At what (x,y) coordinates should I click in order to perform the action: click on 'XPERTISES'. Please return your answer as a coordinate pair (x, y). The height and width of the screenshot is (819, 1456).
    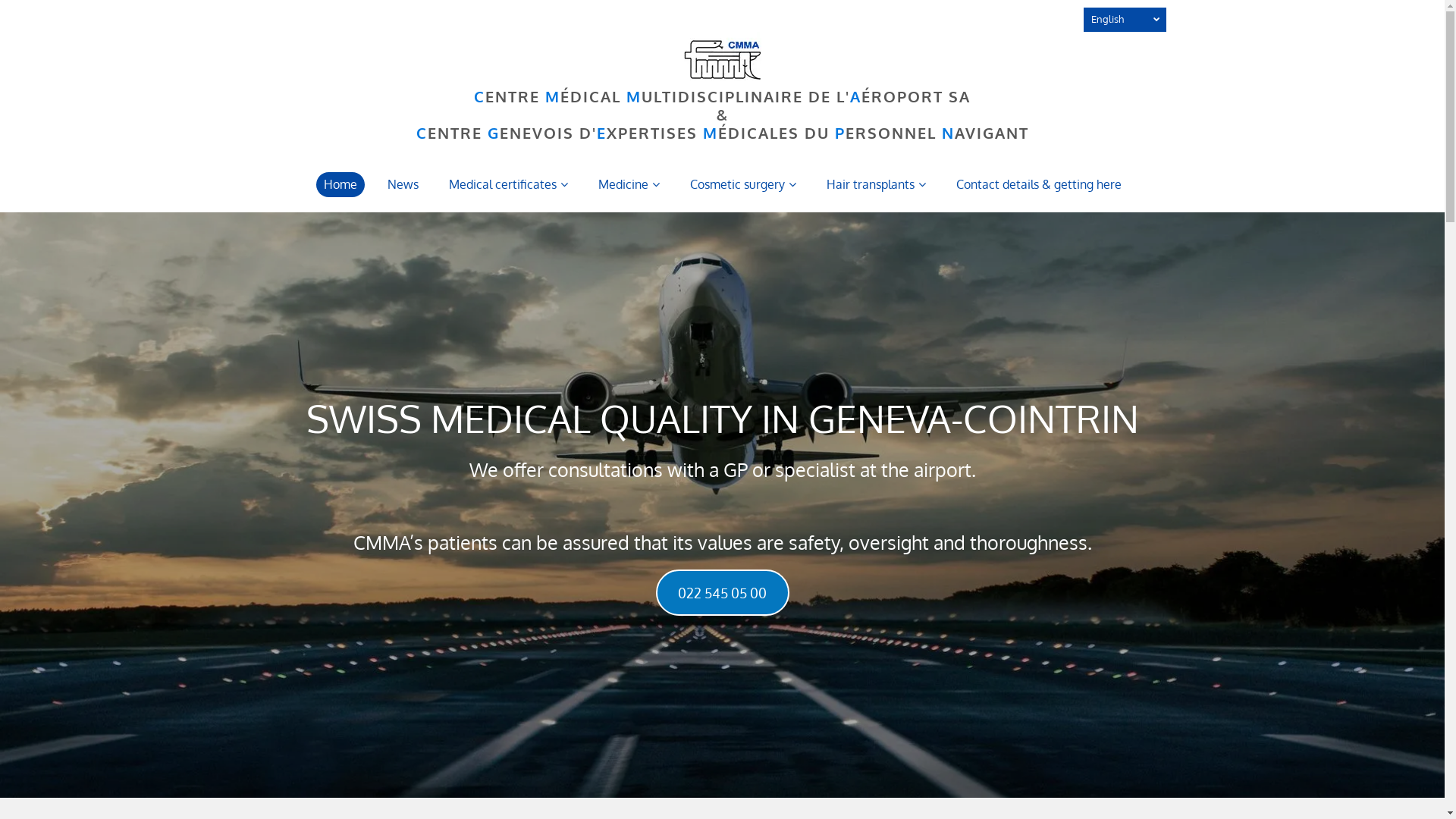
    Looking at the image, I should click on (607, 131).